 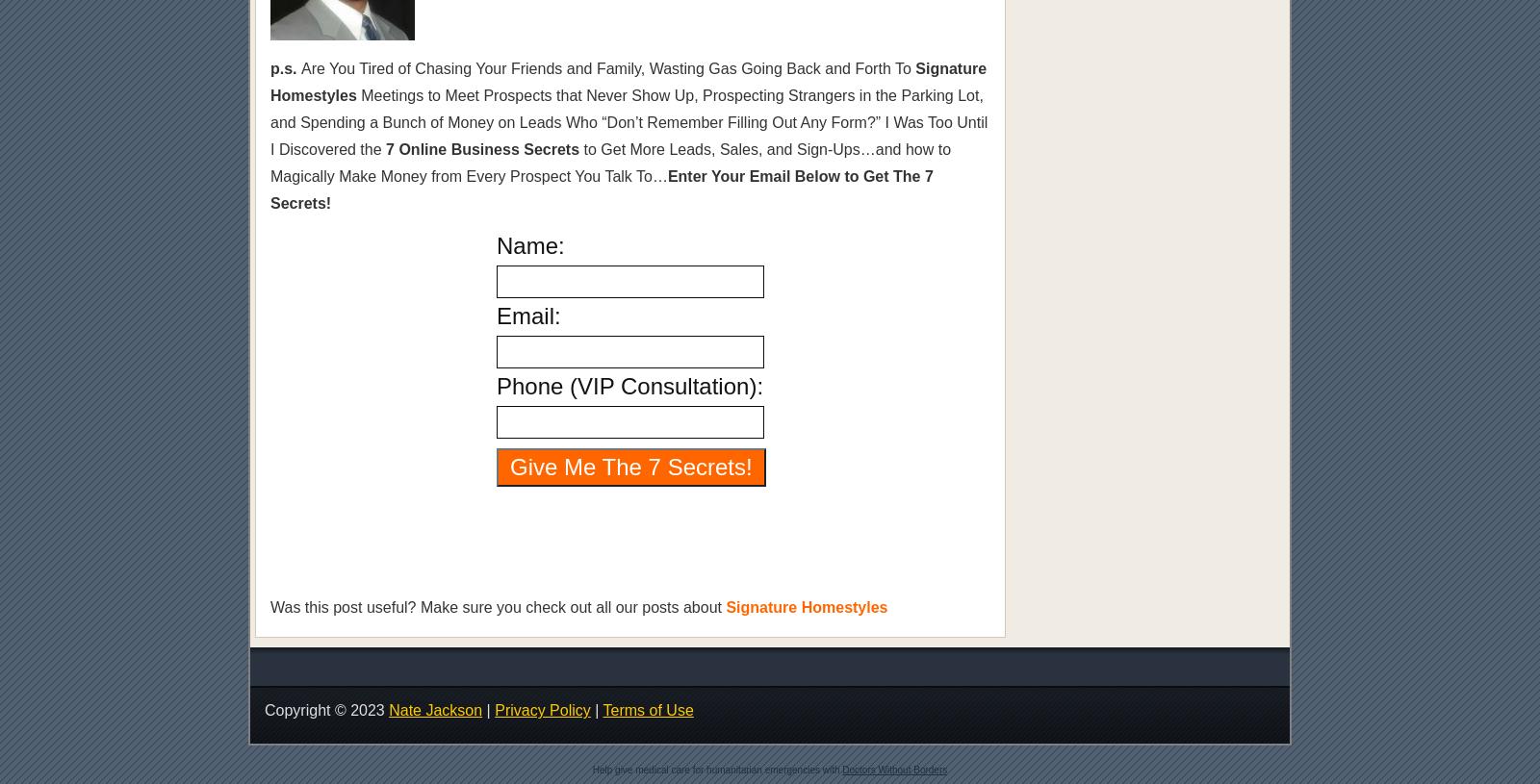 What do you see at coordinates (893, 770) in the screenshot?
I see `'Doctors Without Borders'` at bounding box center [893, 770].